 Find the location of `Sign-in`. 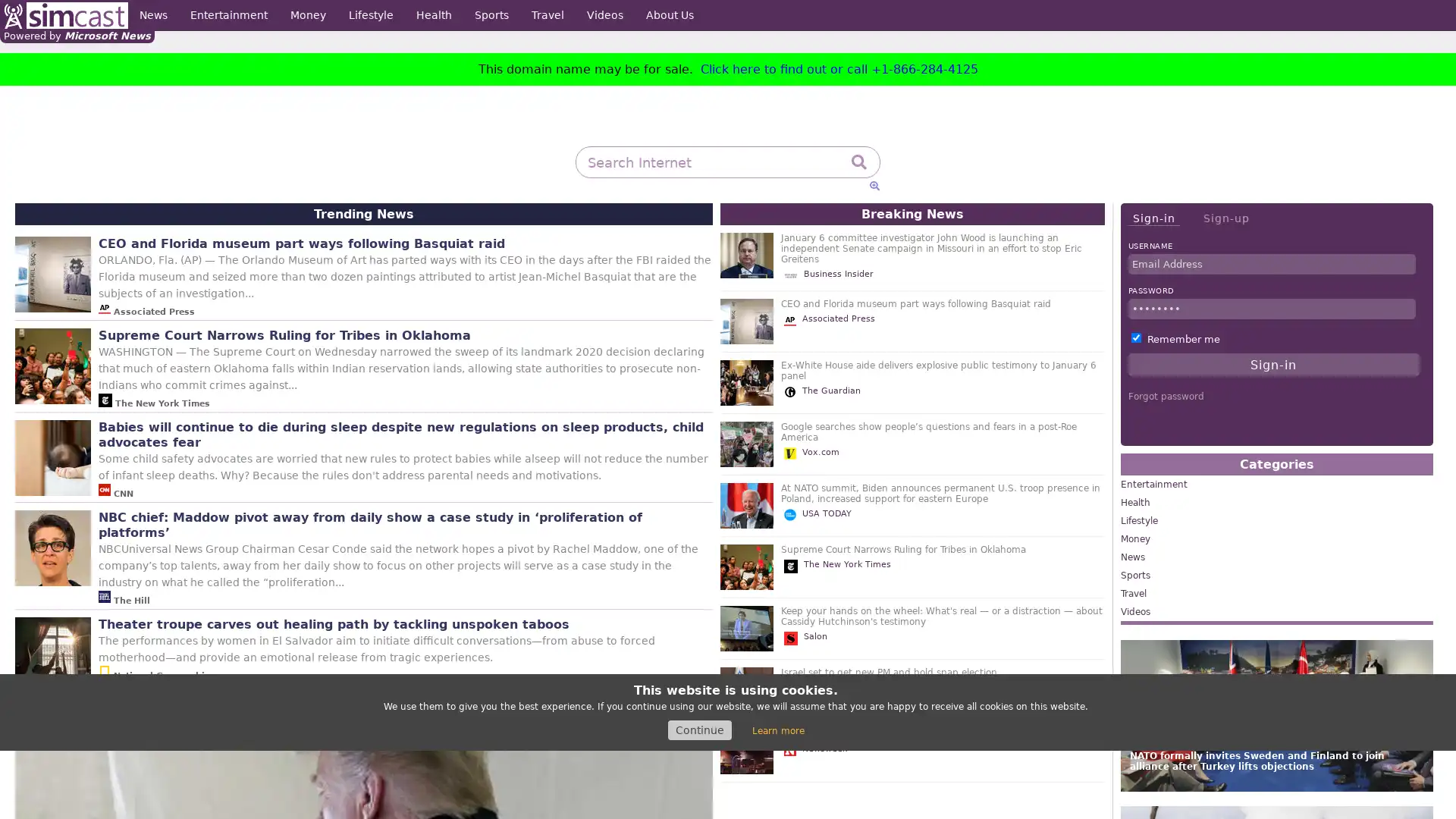

Sign-in is located at coordinates (1153, 218).